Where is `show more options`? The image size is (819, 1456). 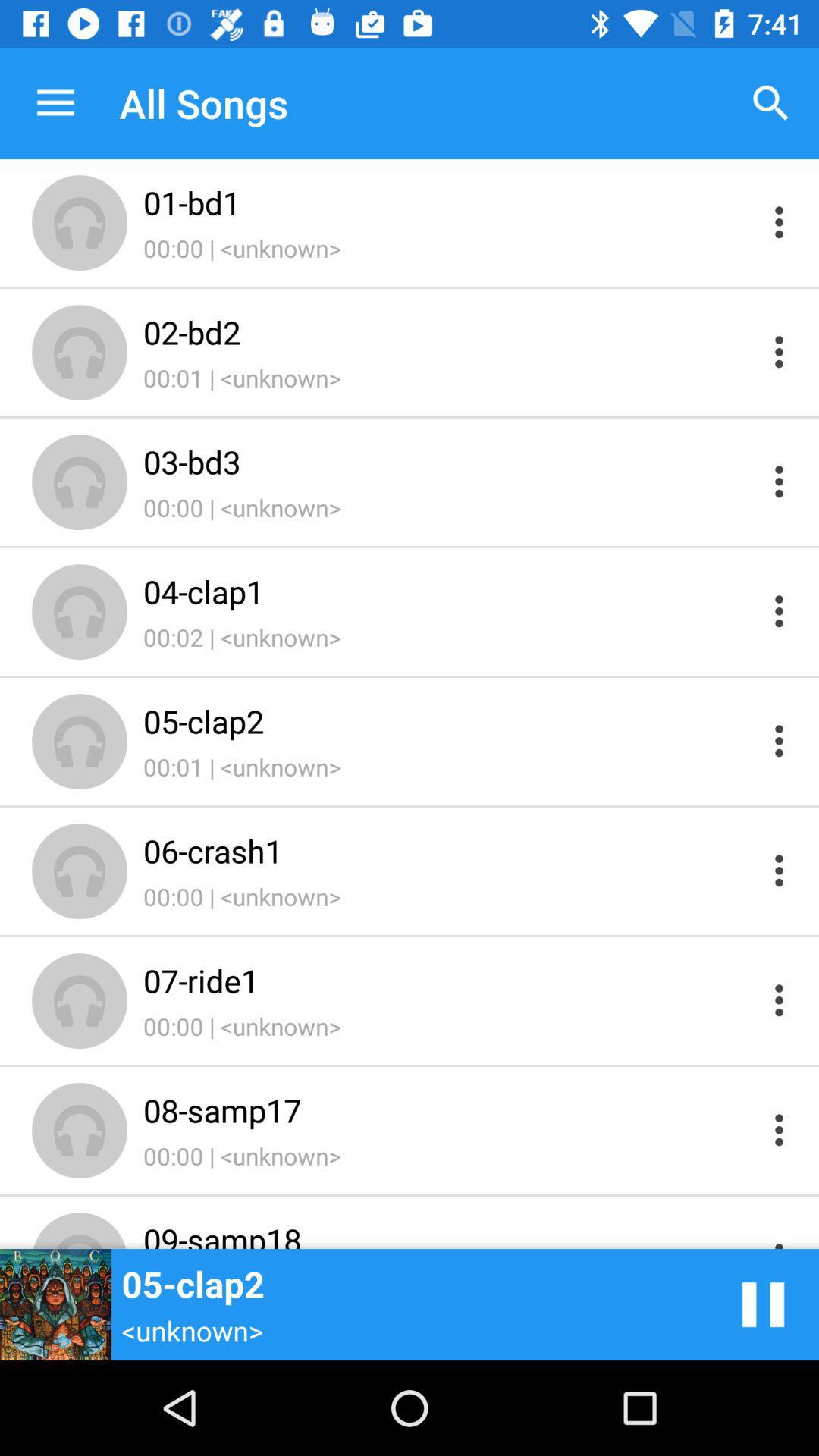 show more options is located at coordinates (779, 481).